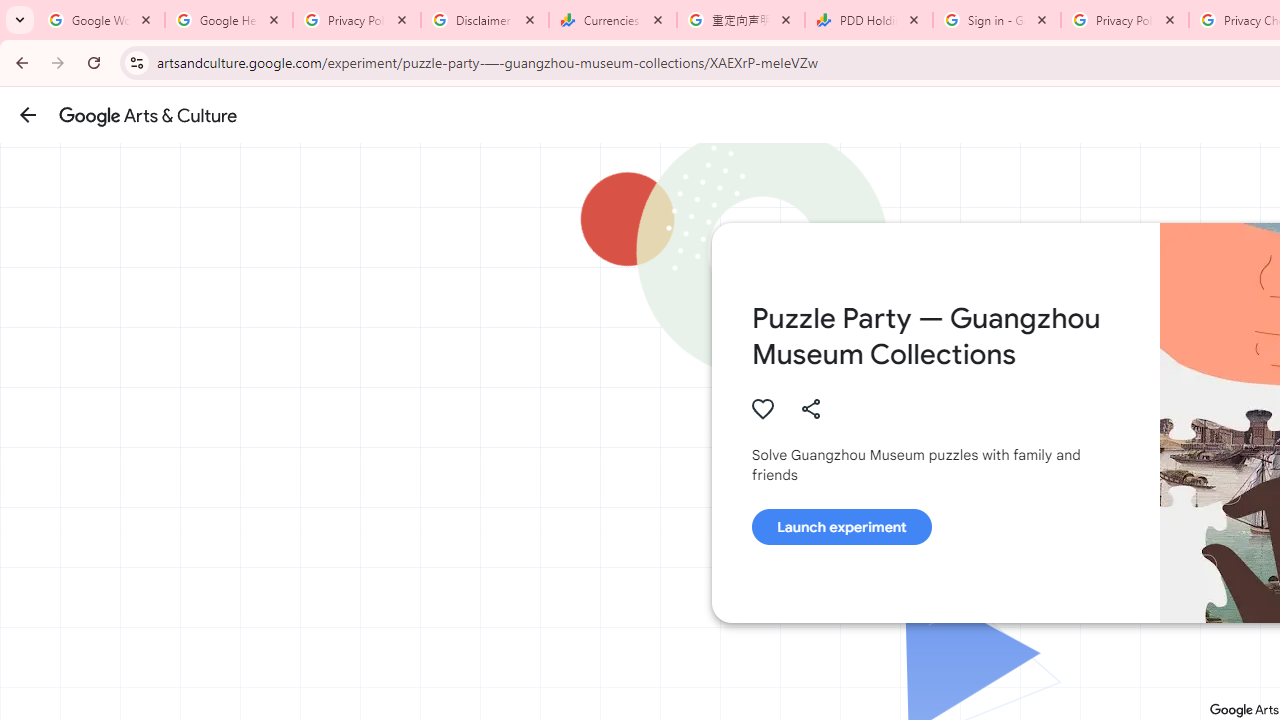  I want to click on 'PDD Holdings Inc - ADR (PDD) Price & News - Google Finance', so click(869, 20).